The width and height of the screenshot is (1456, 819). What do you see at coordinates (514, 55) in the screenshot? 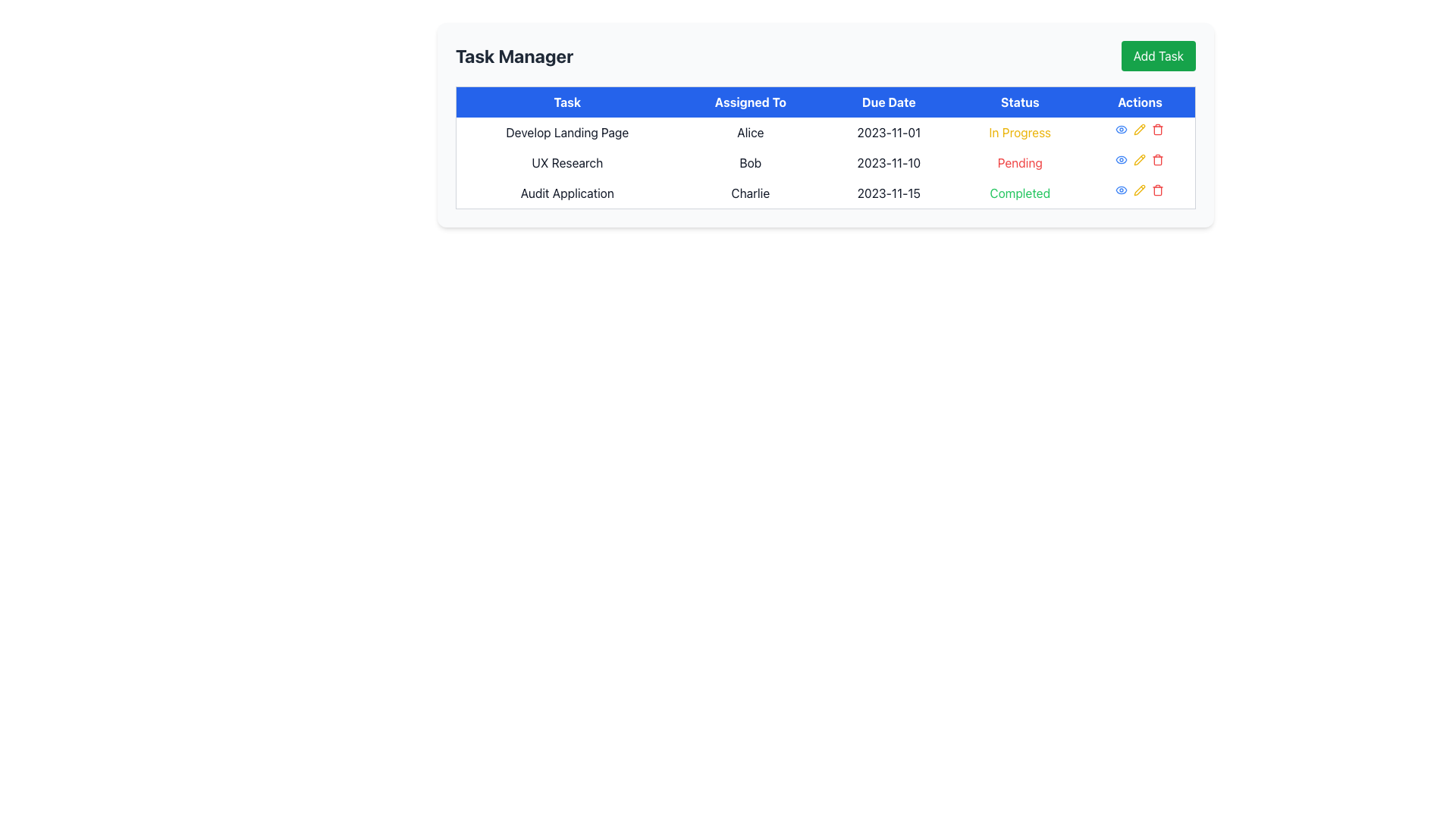
I see `the bold textual header element labeled 'Task Manager' positioned at the top-left corner of the header bar` at bounding box center [514, 55].